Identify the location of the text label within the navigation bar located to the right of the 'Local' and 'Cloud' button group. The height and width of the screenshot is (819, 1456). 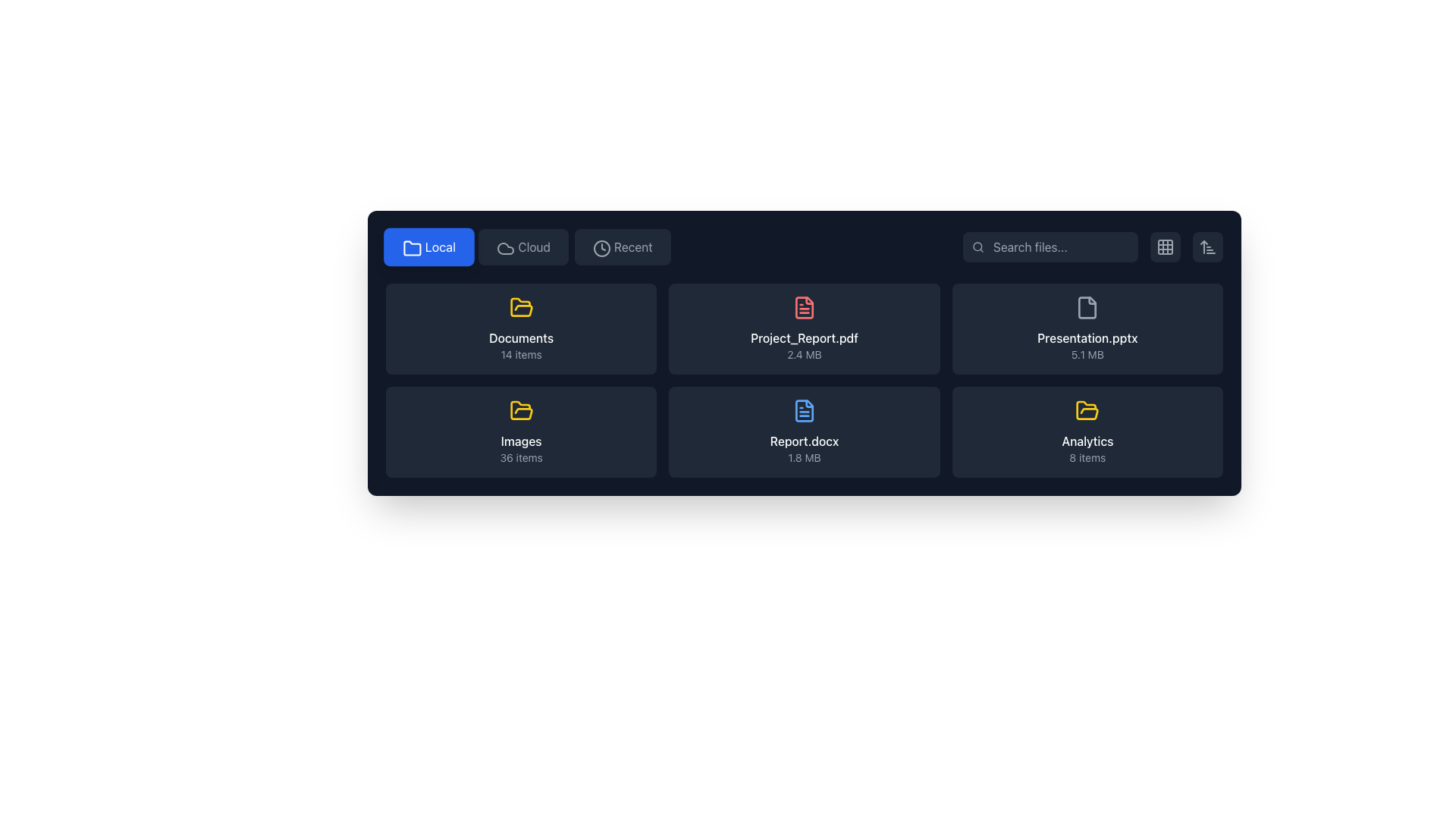
(633, 246).